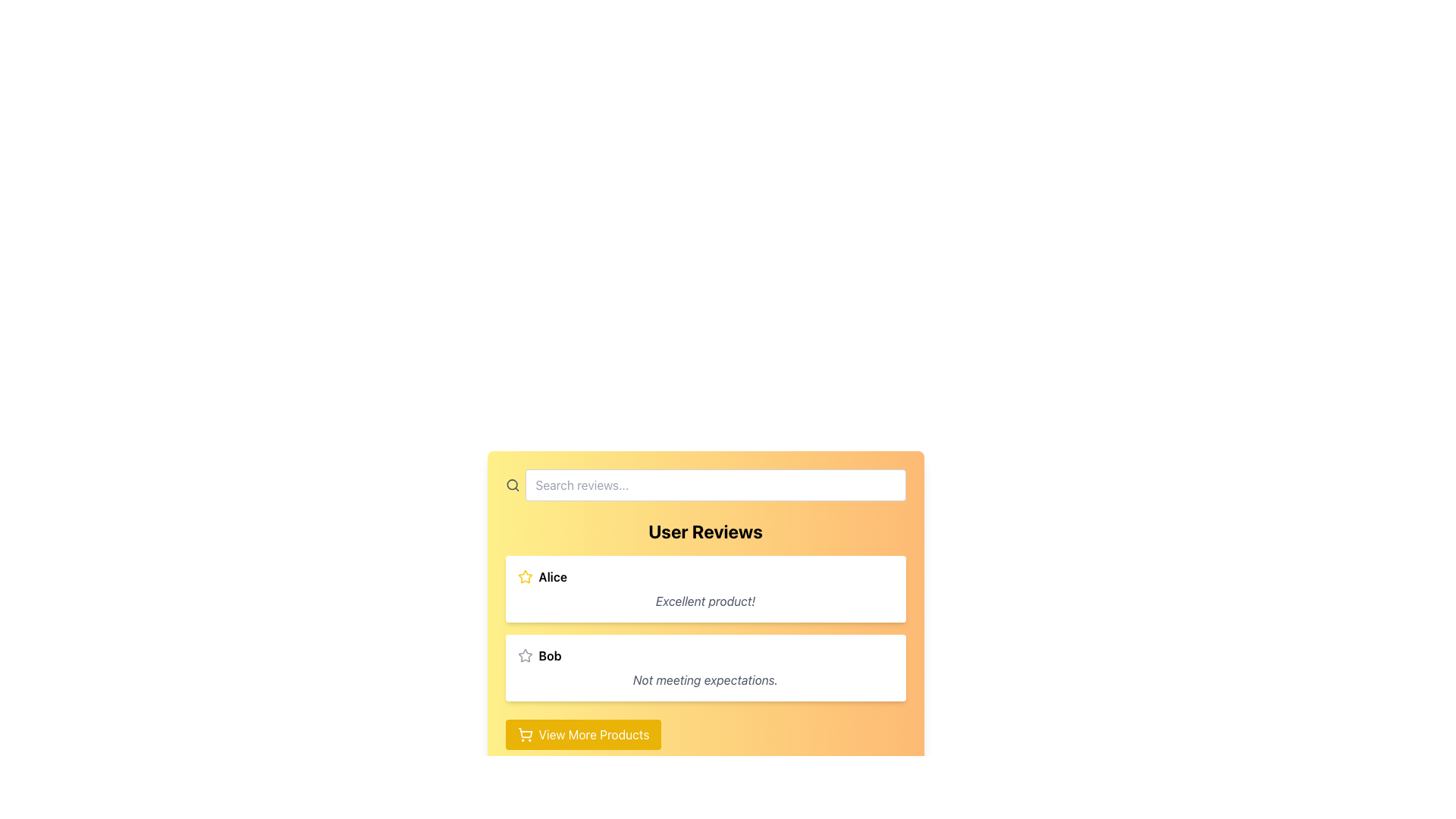 Image resolution: width=1456 pixels, height=819 pixels. What do you see at coordinates (549, 654) in the screenshot?
I see `the second user name in the 'User Reviews' section, which identifies the person leaving the review, located below 'Alice' and next to a star icon` at bounding box center [549, 654].